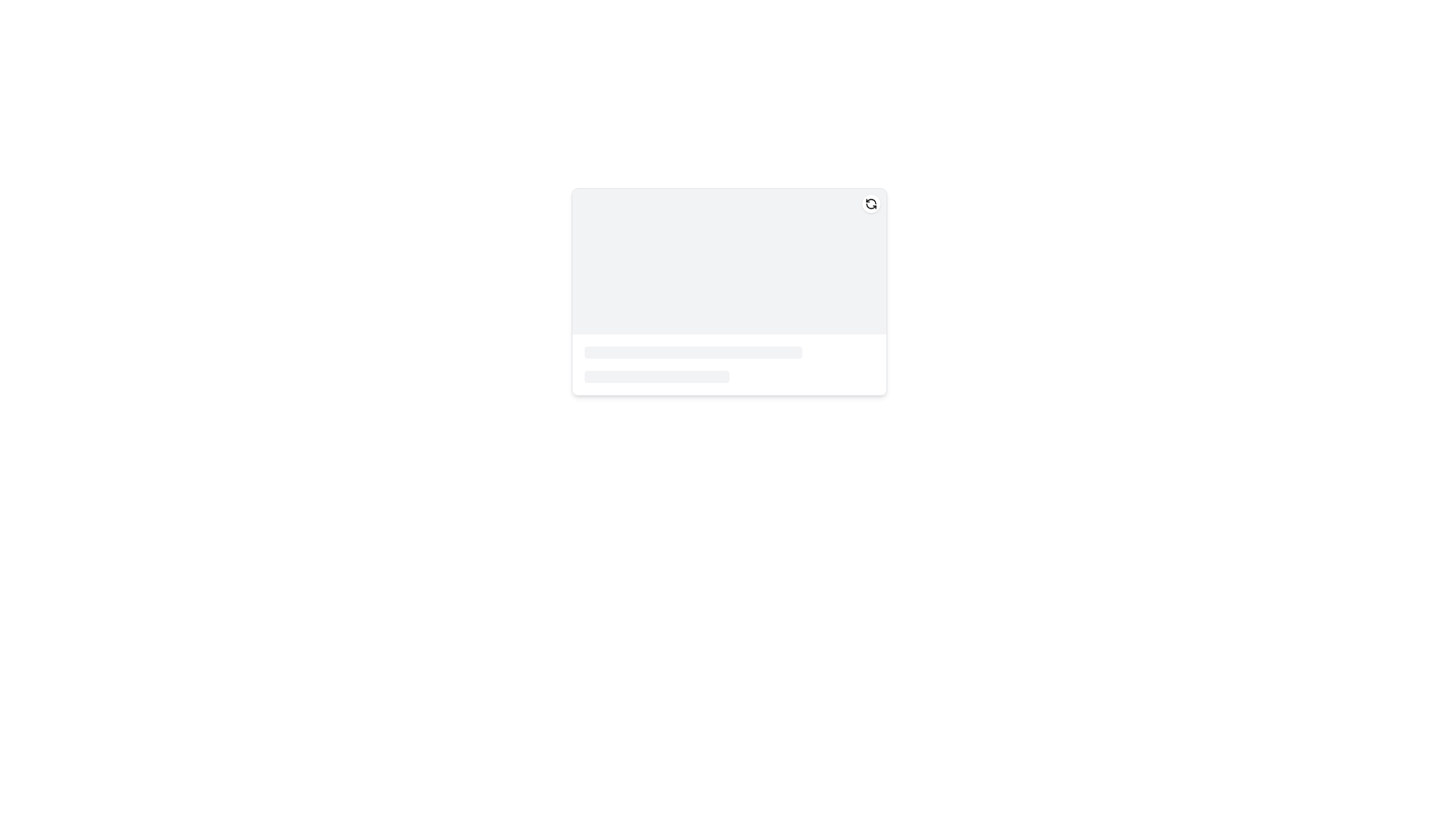  What do you see at coordinates (729, 292) in the screenshot?
I see `the card with loading content that has a light gray top section and circular refresh button in the top right corner` at bounding box center [729, 292].